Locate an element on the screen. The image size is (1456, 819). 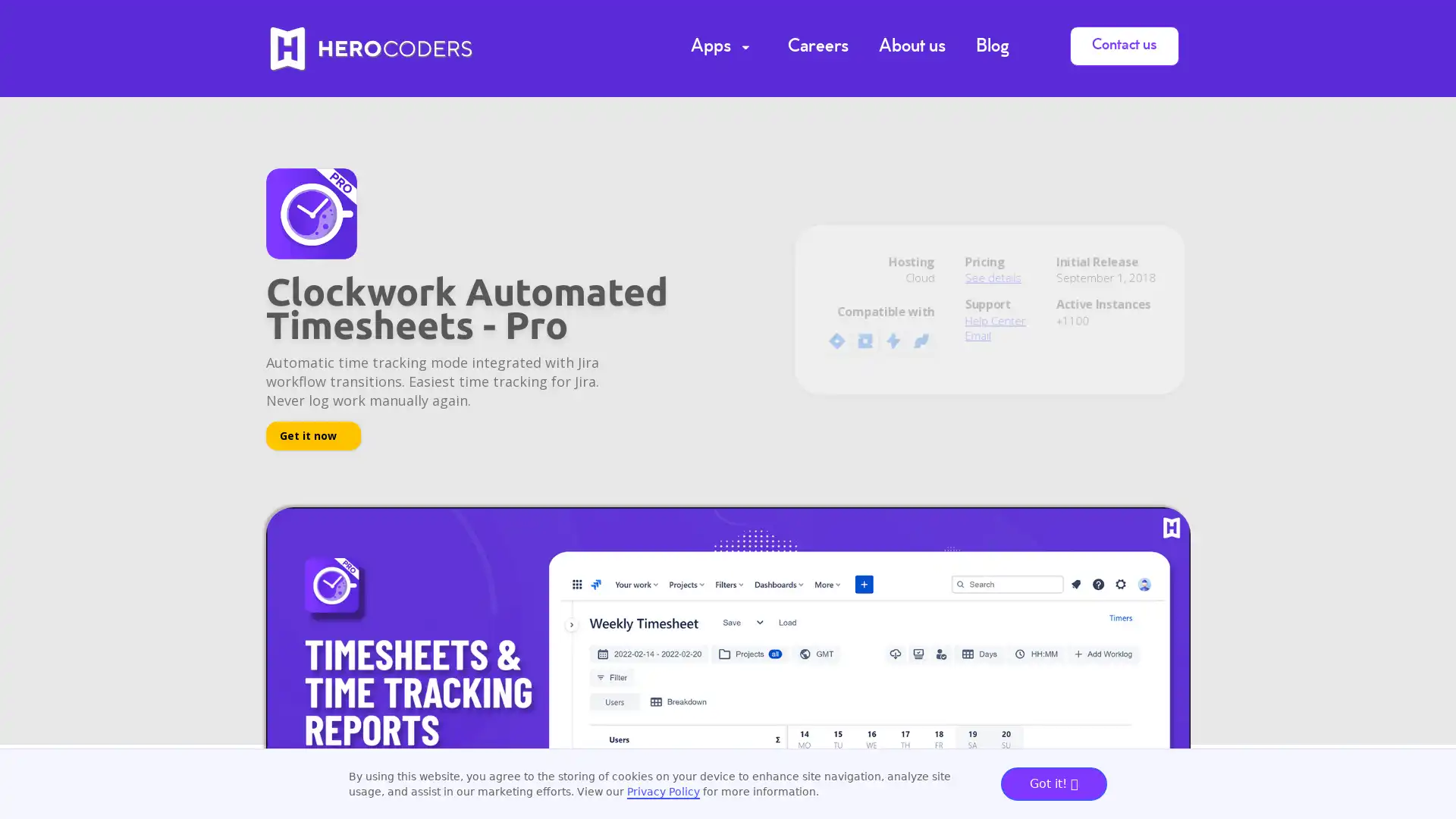
Got it! is located at coordinates (1053, 783).